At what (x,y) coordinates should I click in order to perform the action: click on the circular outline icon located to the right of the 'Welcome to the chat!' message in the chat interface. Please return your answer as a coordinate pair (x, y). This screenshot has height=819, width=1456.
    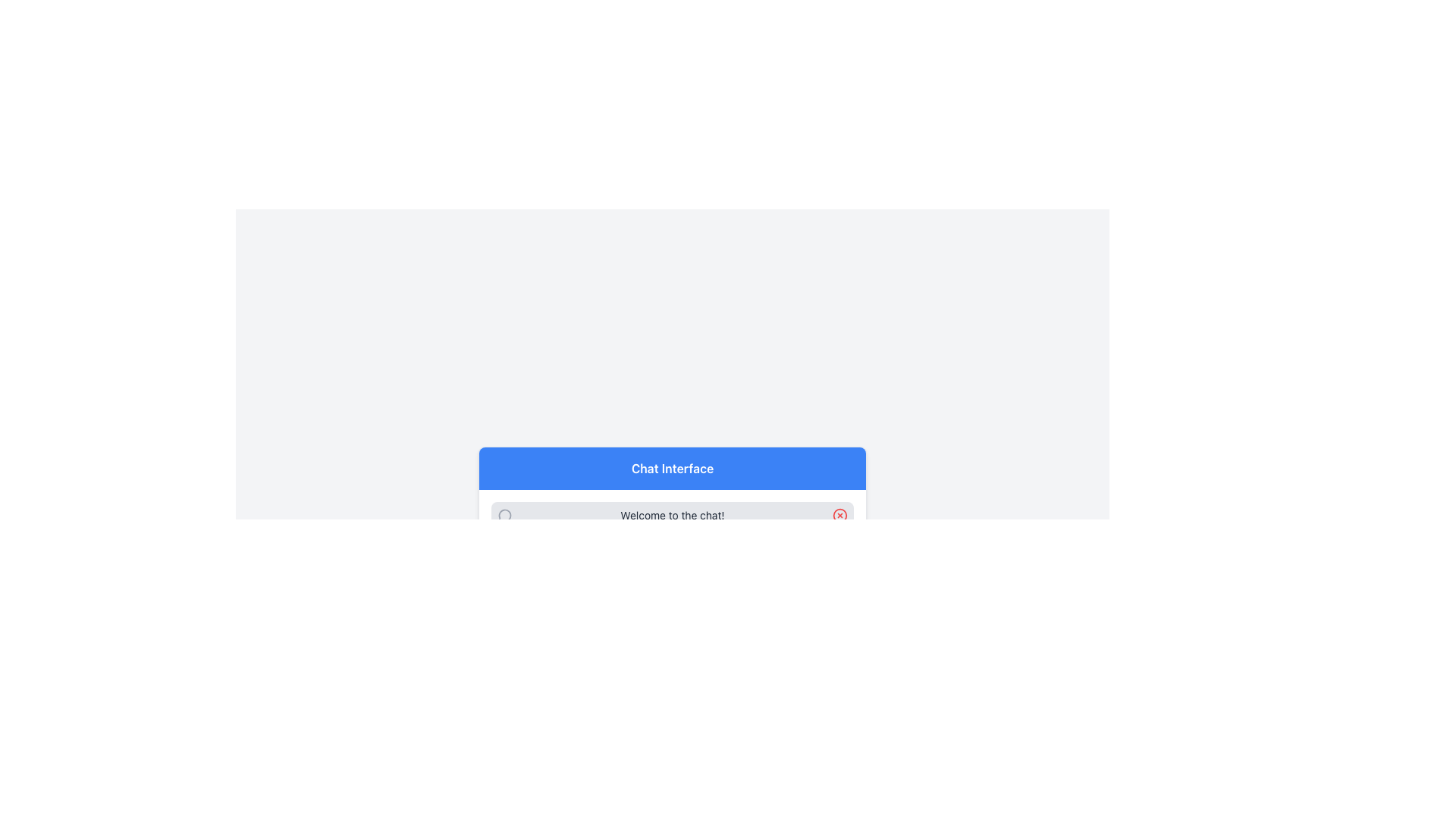
    Looking at the image, I should click on (839, 514).